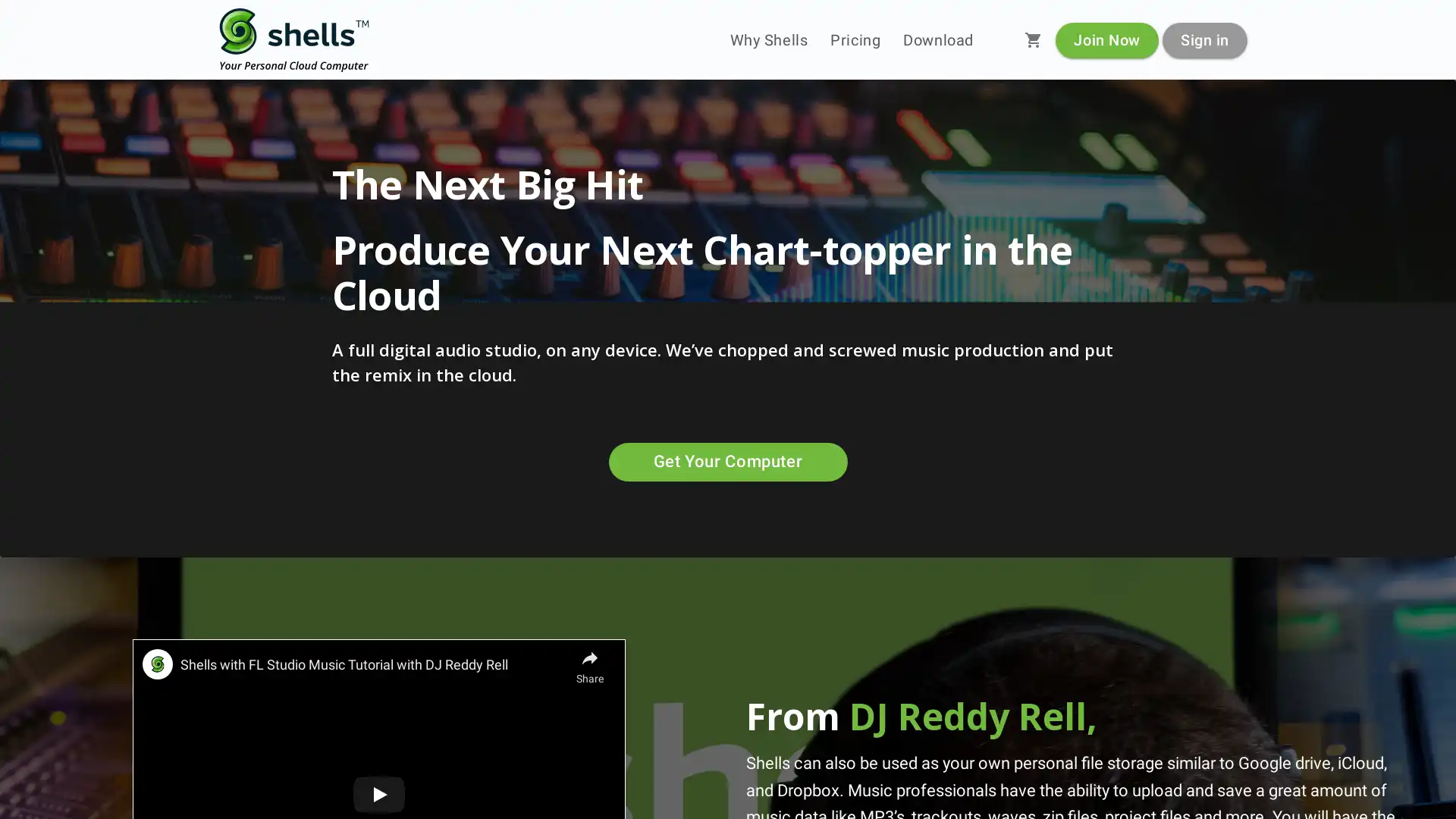 This screenshot has width=1456, height=819. I want to click on Pricing, so click(855, 39).